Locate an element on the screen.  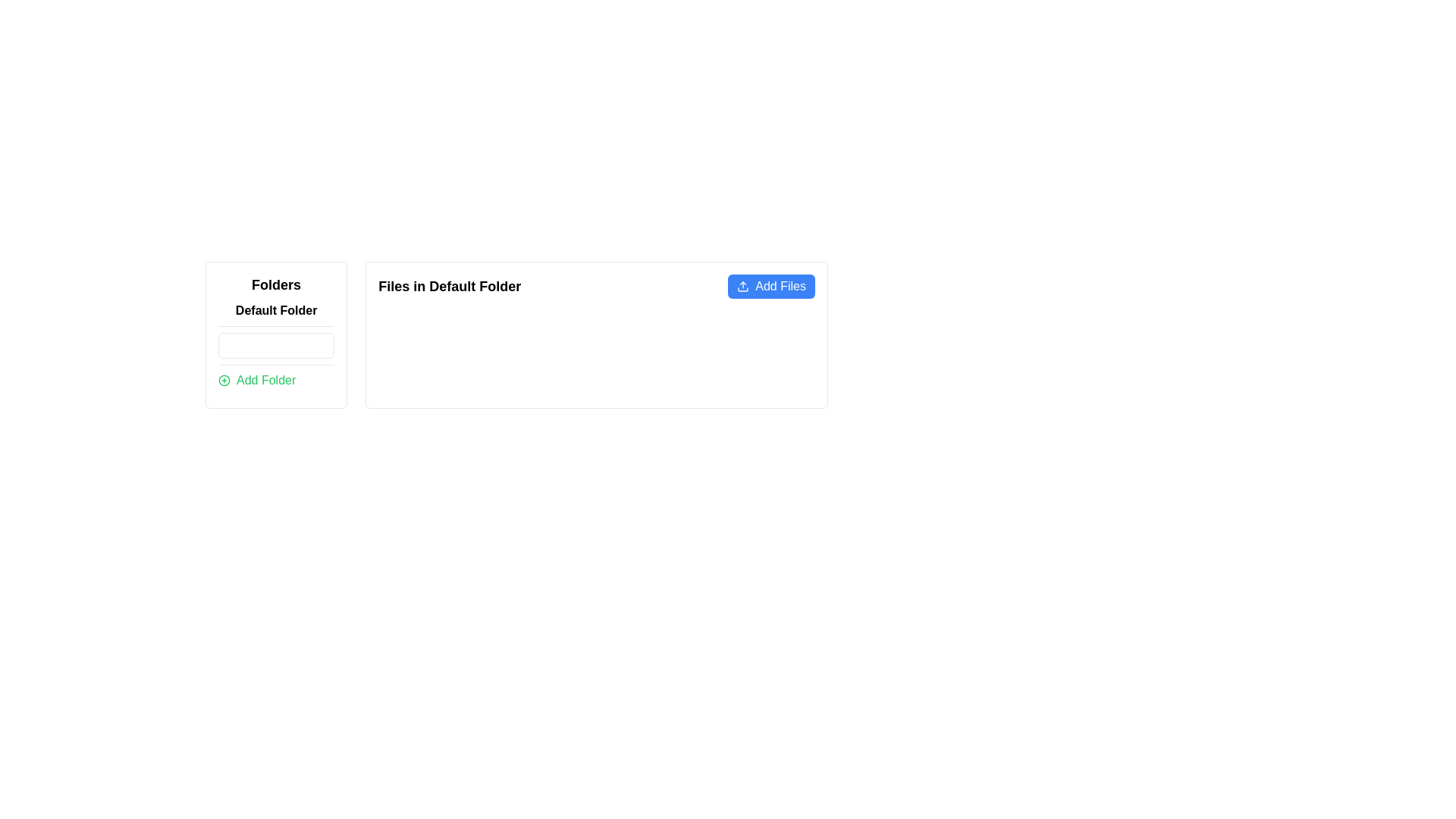
the 'Add Files' button with a blue background and white text to initiate file upload is located at coordinates (771, 287).